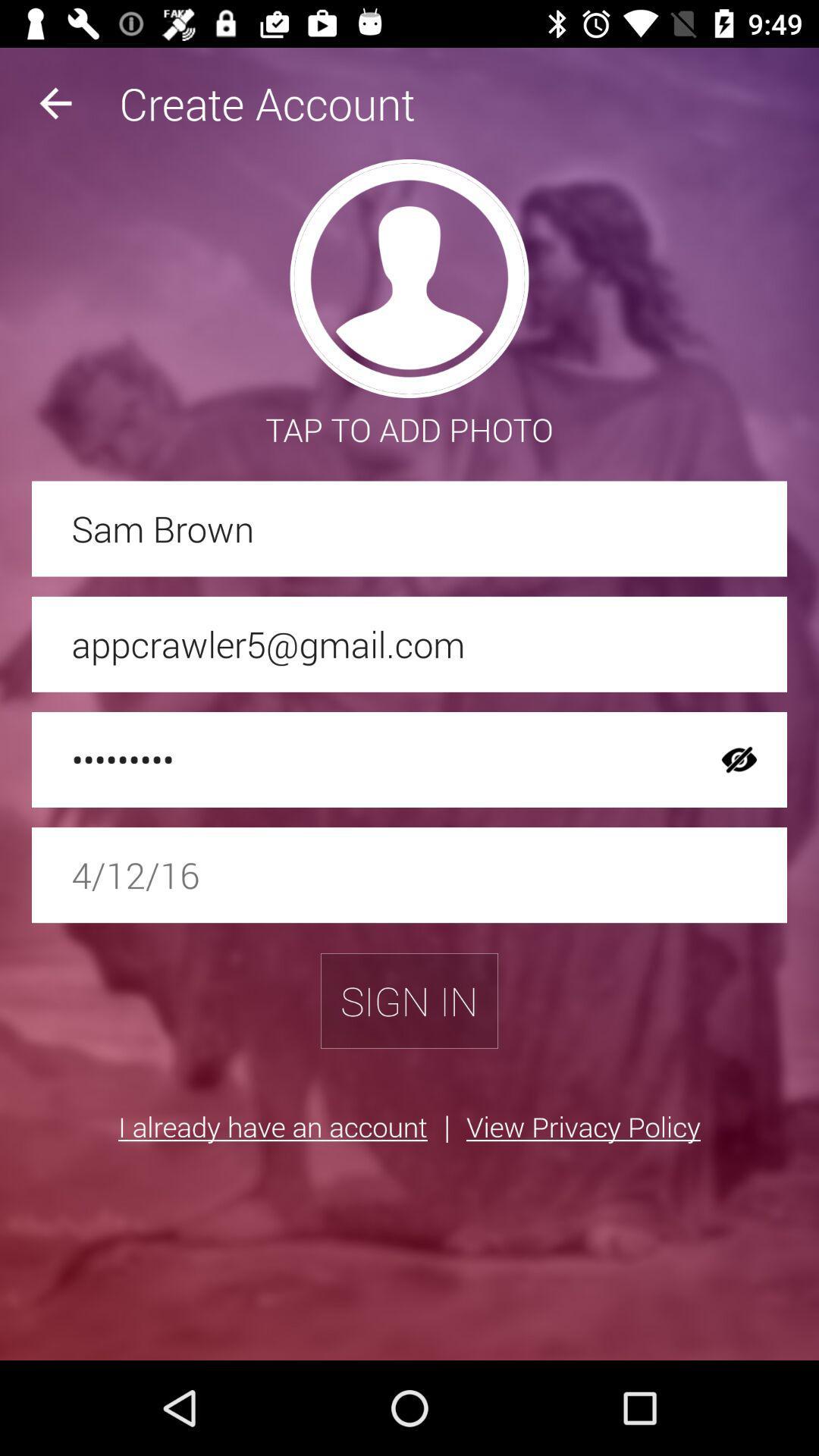  Describe the element at coordinates (55, 102) in the screenshot. I see `icon next to the create account item` at that location.